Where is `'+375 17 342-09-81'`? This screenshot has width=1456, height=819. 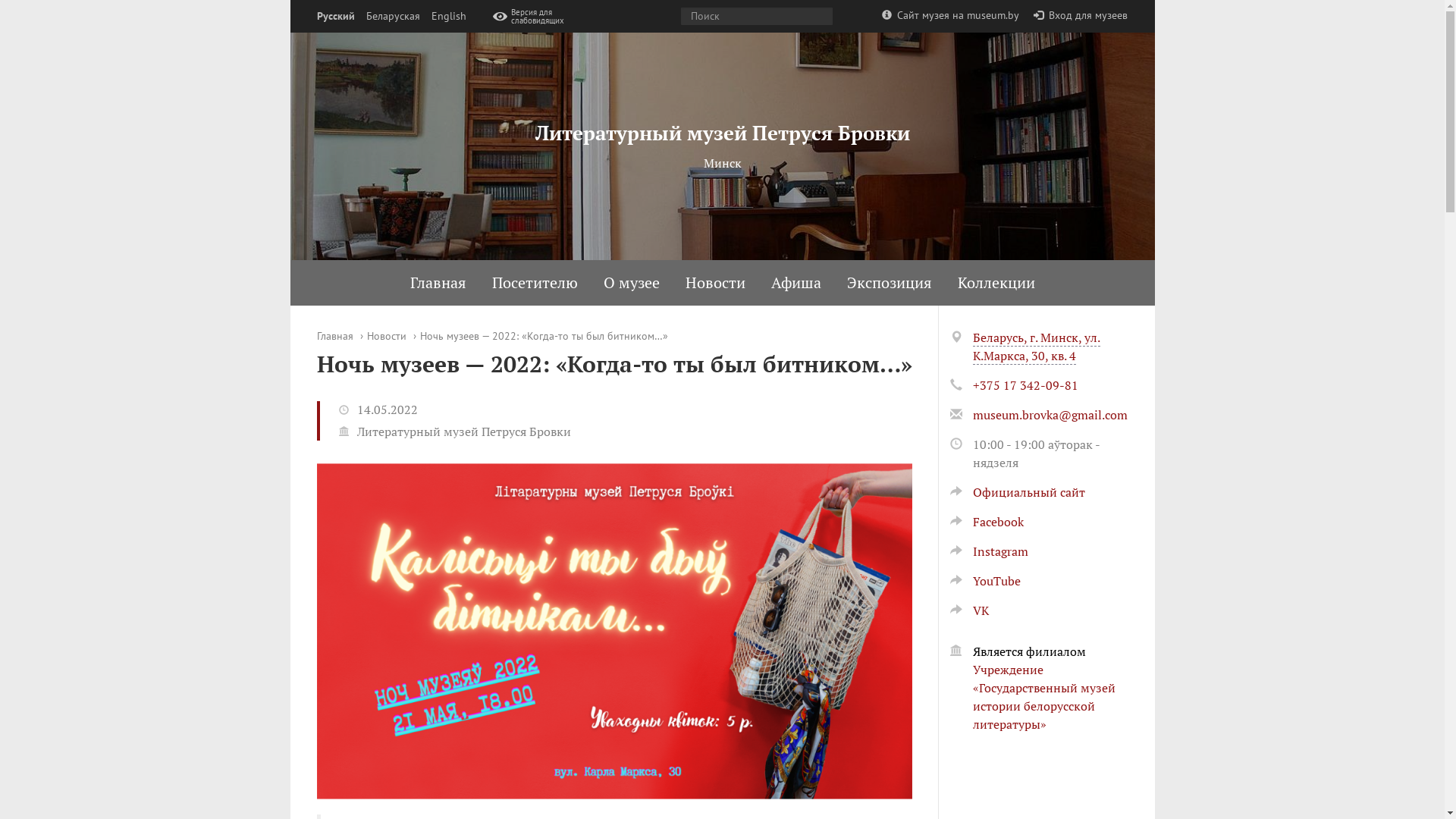
'+375 17 342-09-81' is located at coordinates (1025, 384).